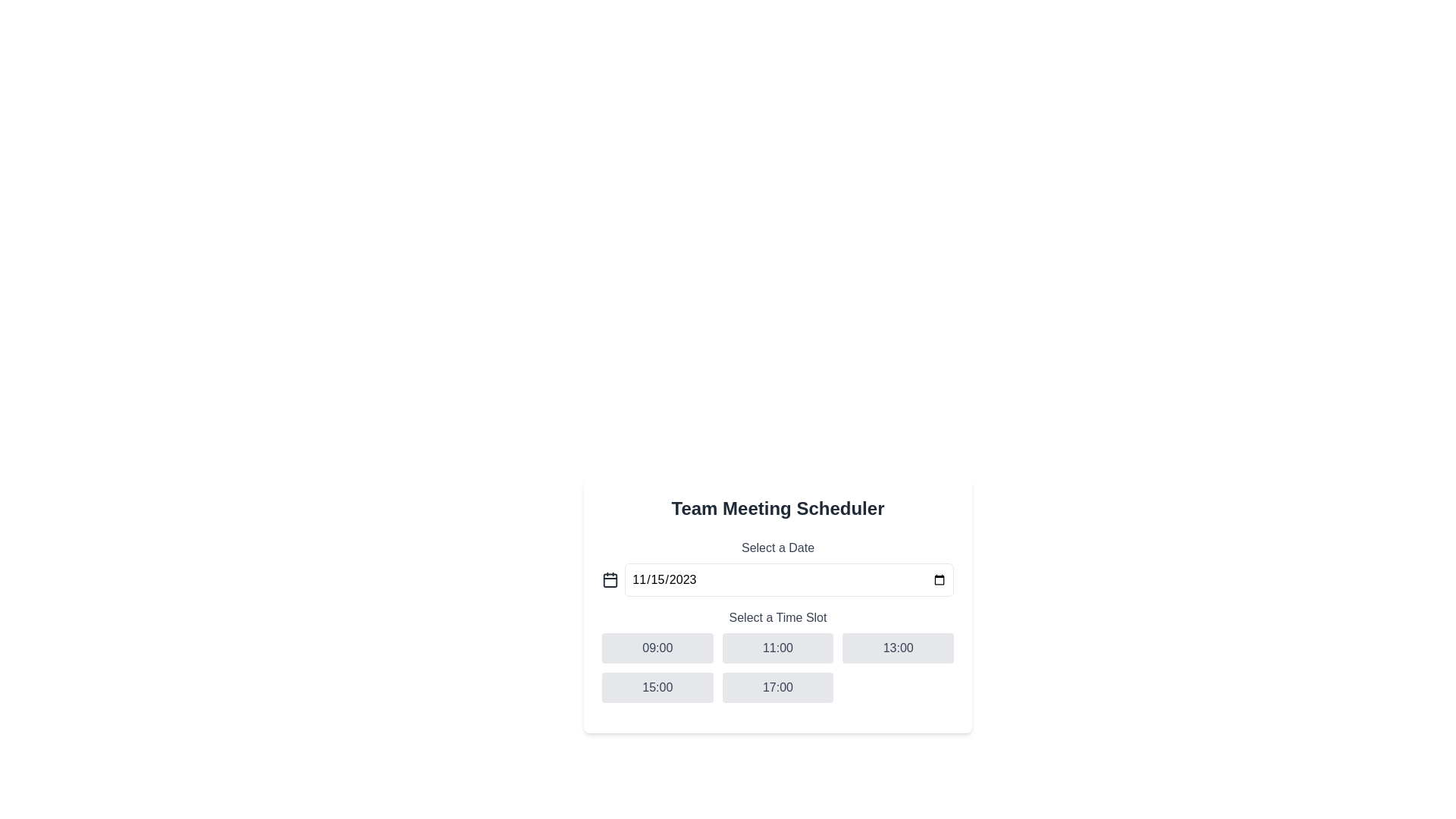 The width and height of the screenshot is (1456, 819). Describe the element at coordinates (610, 579) in the screenshot. I see `the calendar icon, which is a minimalistic vector graphic with a rectangular outline and two top tabs, to trigger tooltip or highlight effects` at that location.